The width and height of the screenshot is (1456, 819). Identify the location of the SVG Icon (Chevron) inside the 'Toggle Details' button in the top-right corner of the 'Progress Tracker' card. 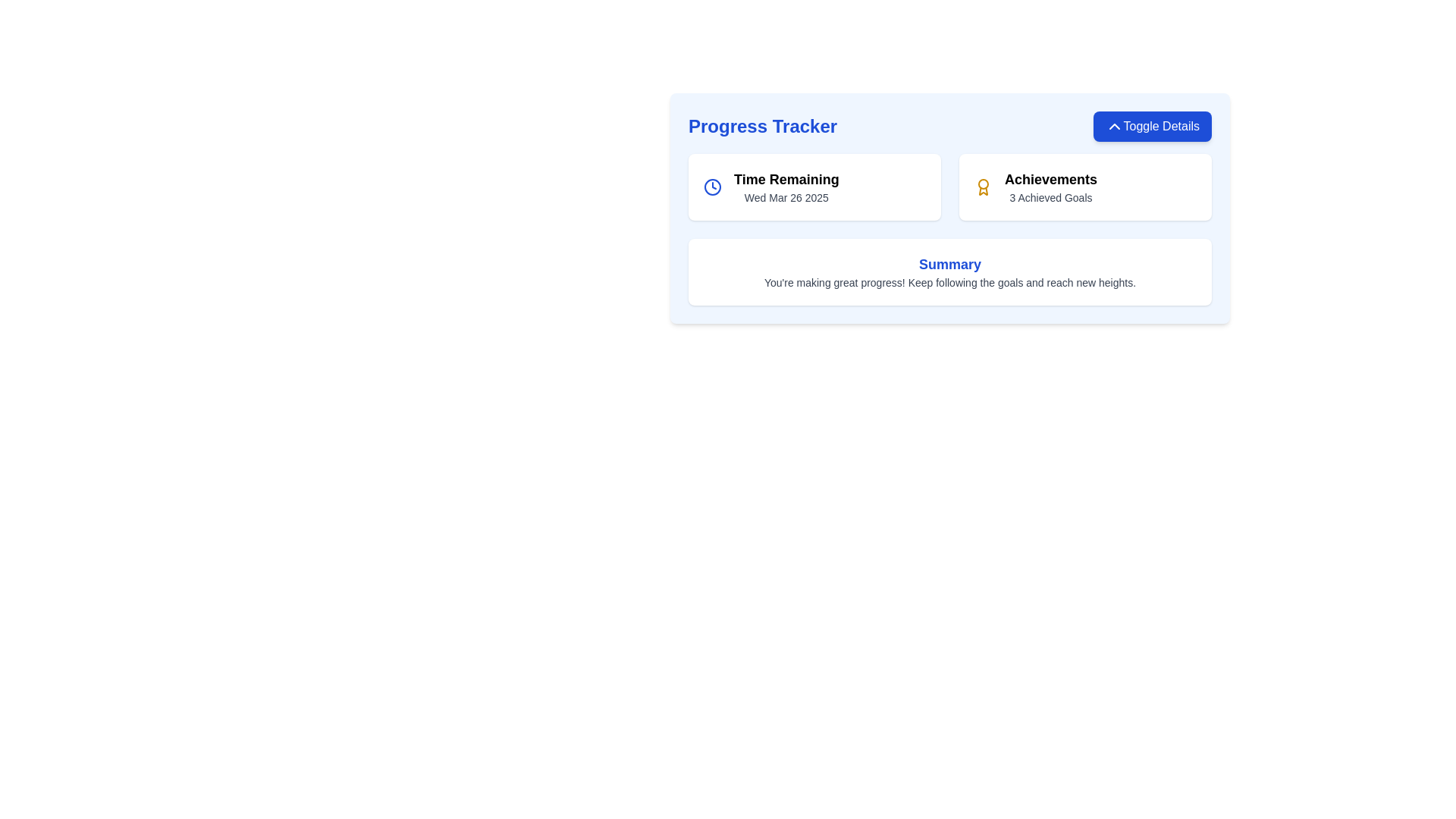
(1114, 125).